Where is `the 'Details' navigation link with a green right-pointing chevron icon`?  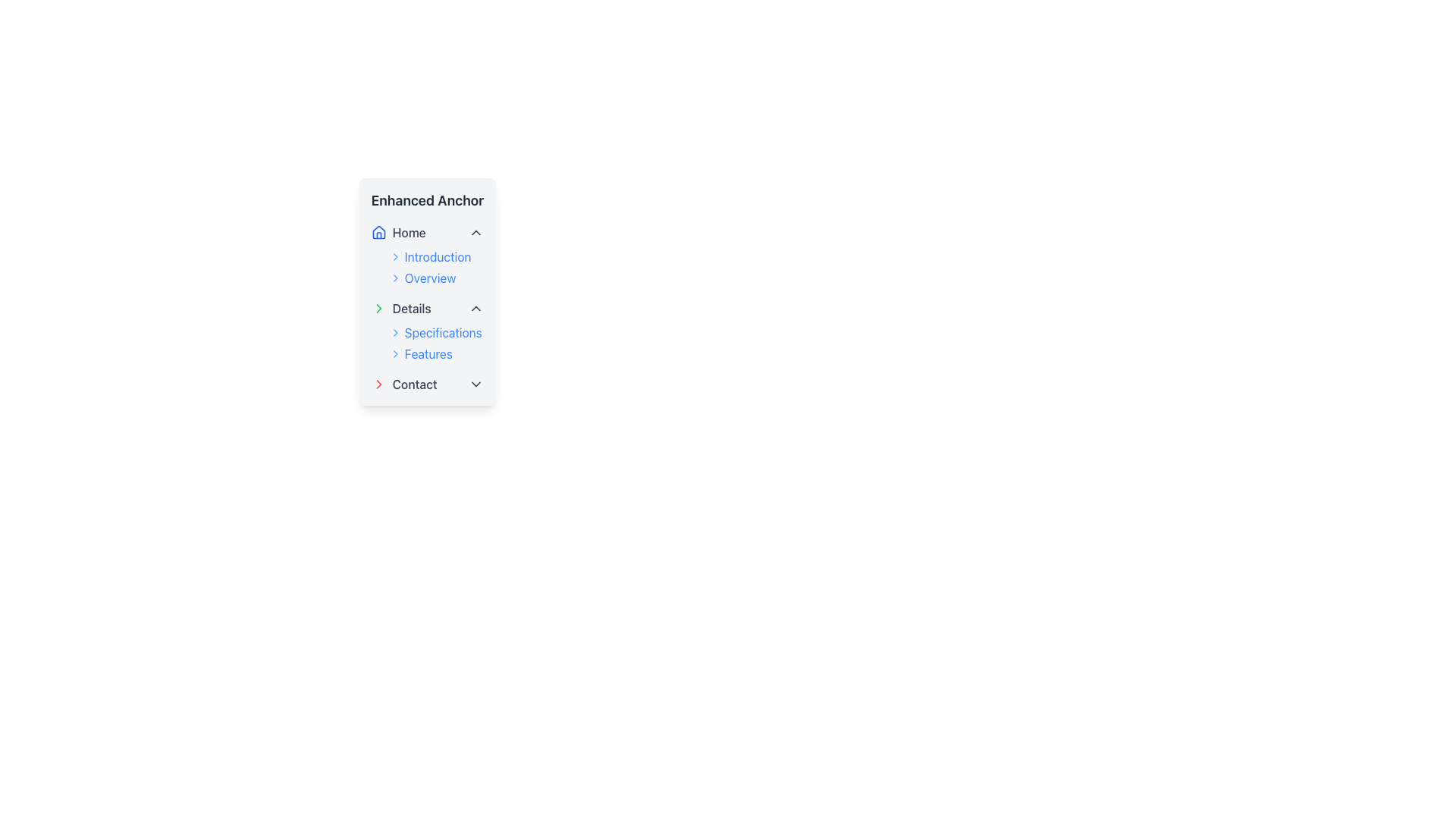
the 'Details' navigation link with a green right-pointing chevron icon is located at coordinates (400, 308).